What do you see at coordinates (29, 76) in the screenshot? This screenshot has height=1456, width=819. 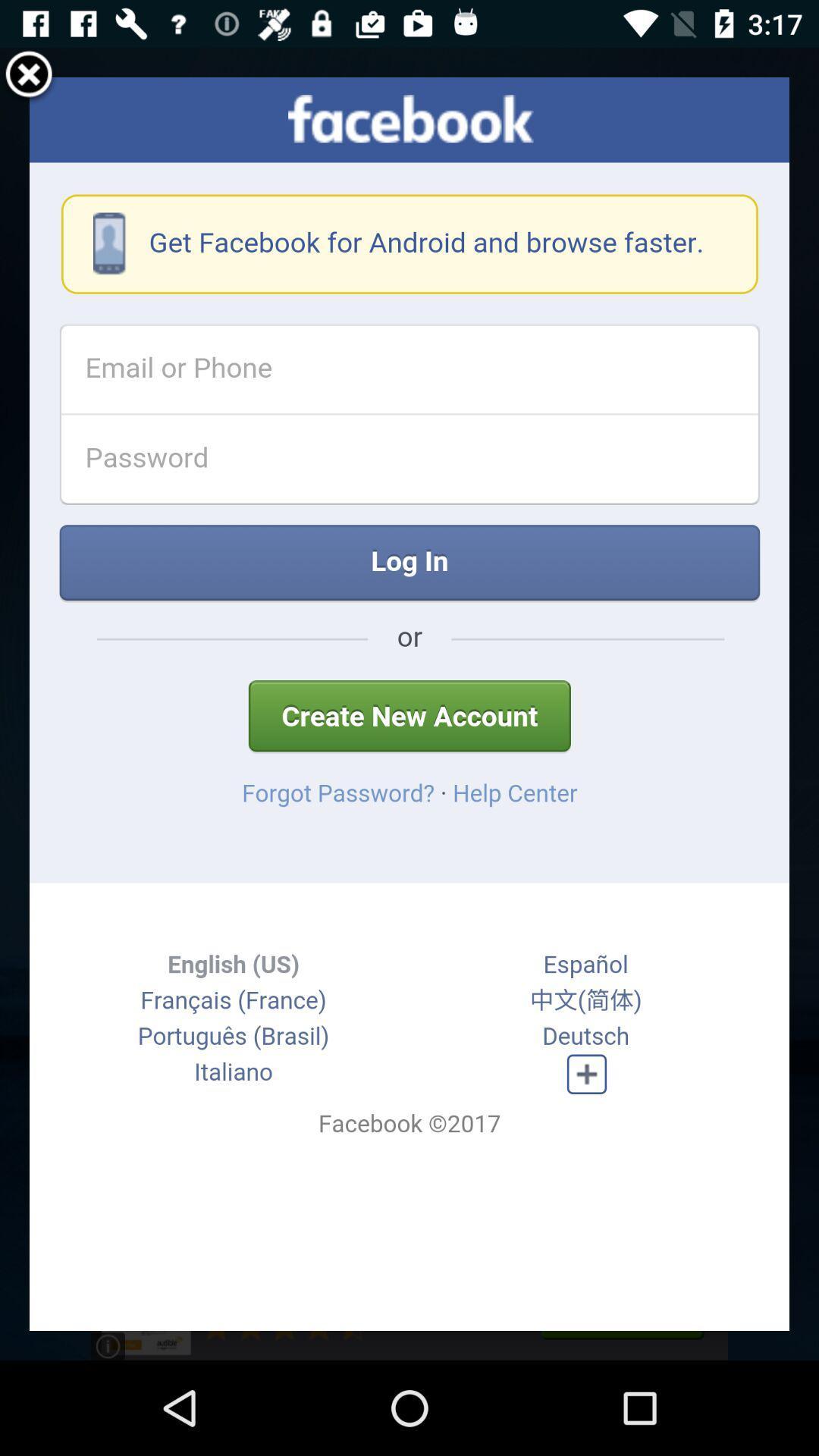 I see `the item at the top left corner` at bounding box center [29, 76].